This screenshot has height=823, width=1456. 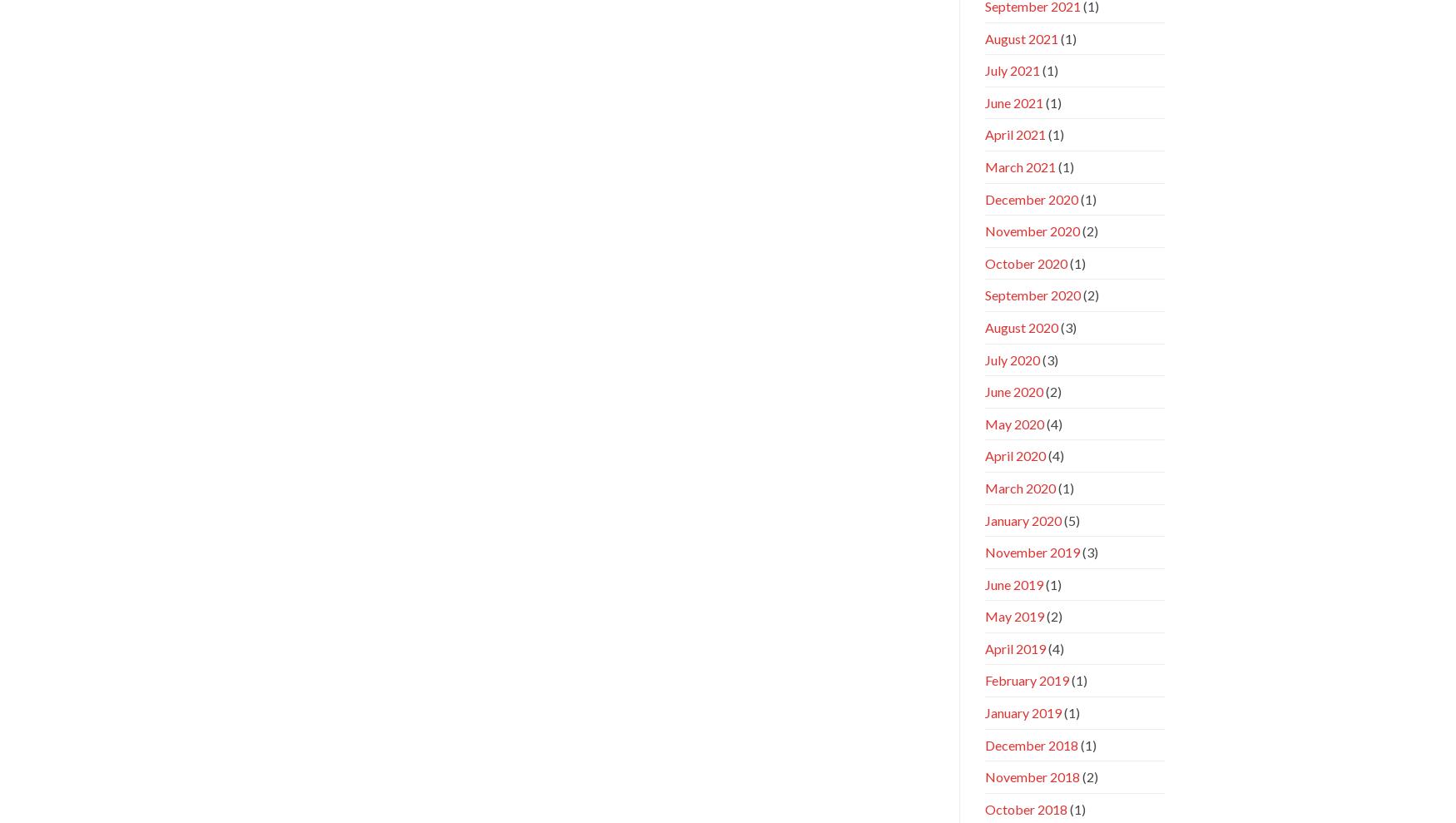 I want to click on 'November 2018', so click(x=1032, y=776).